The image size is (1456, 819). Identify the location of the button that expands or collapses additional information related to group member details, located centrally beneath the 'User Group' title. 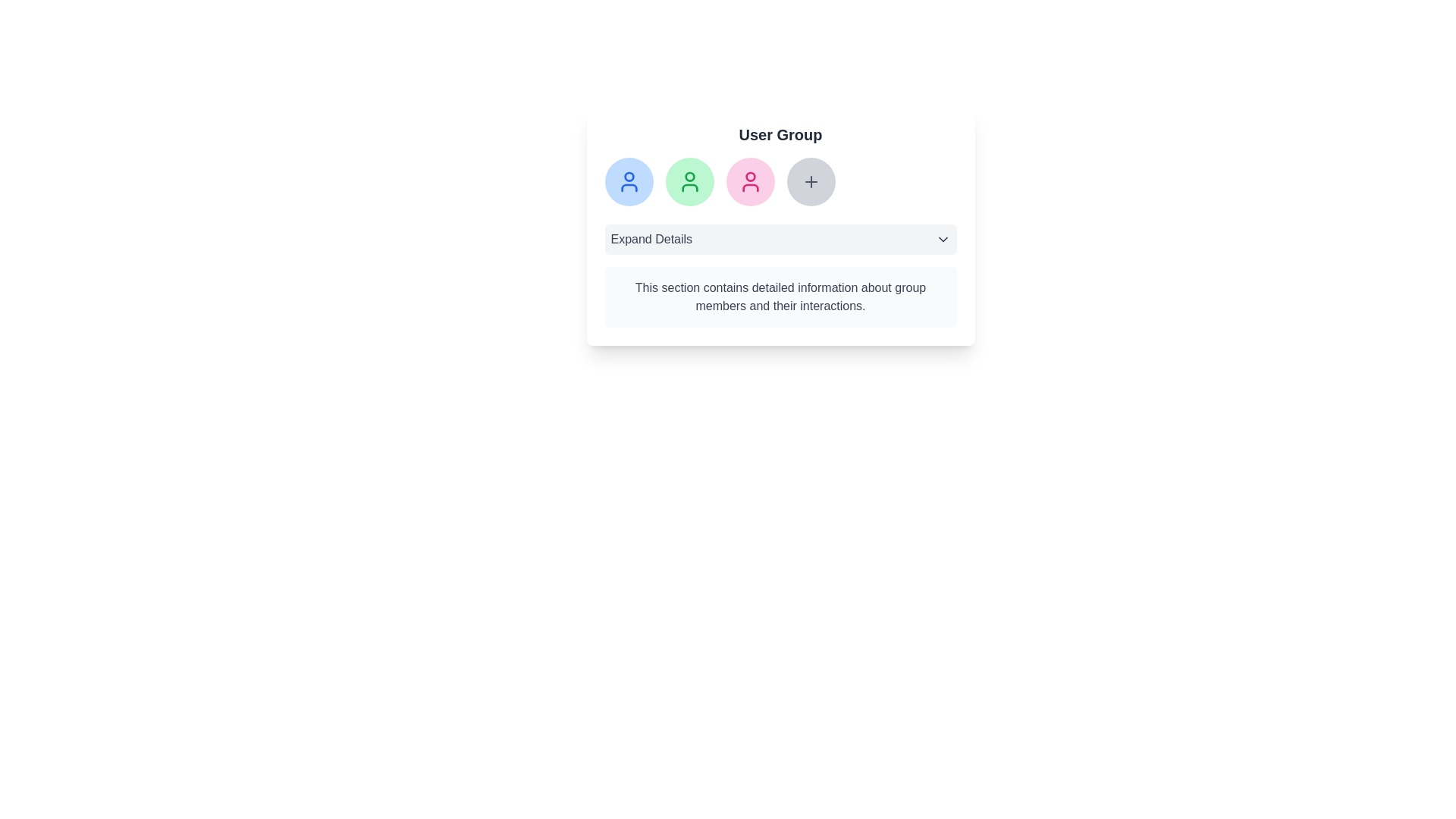
(780, 239).